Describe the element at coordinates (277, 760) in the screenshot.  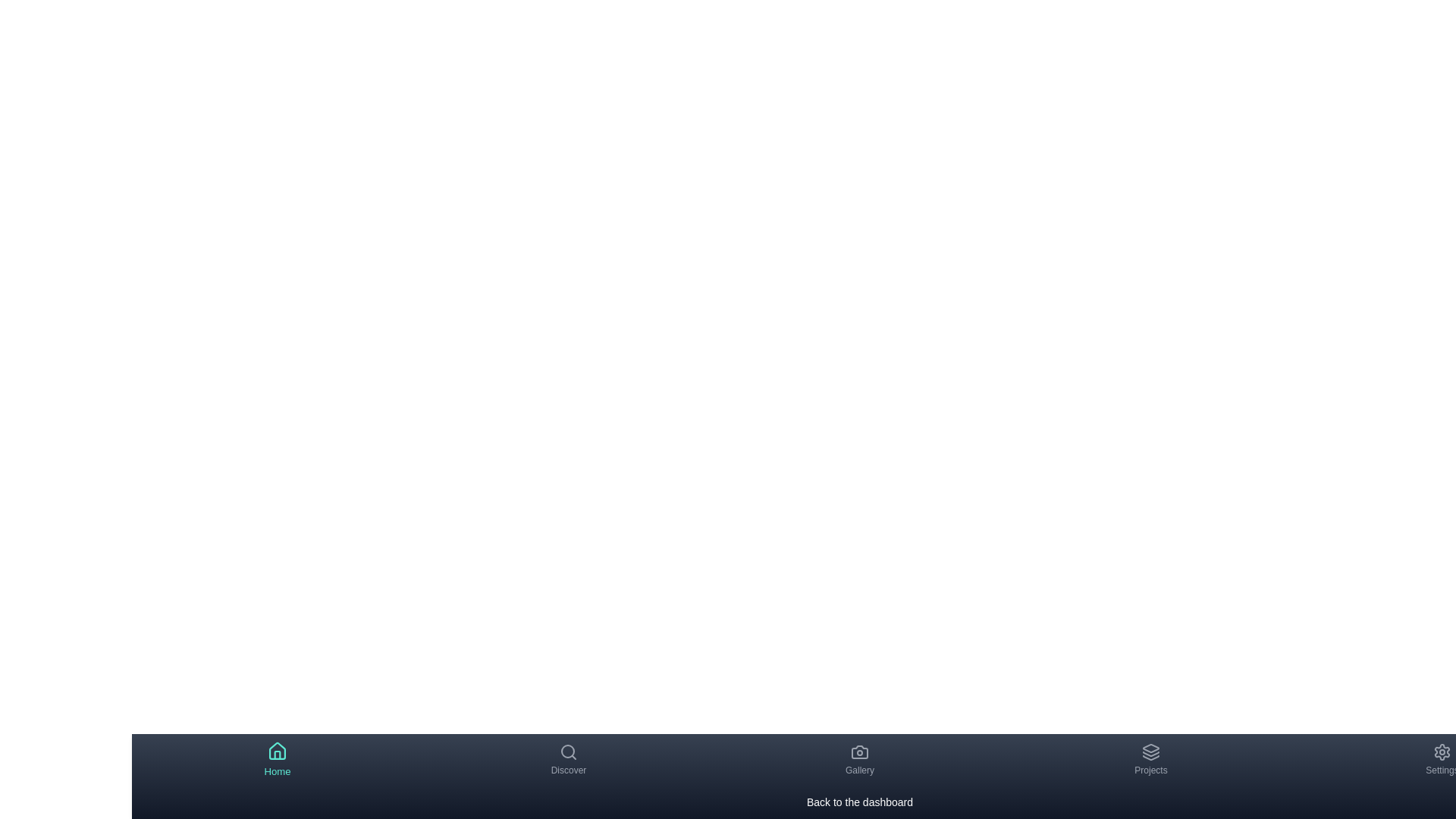
I see `the navigation item labeled Home to view its description` at that location.